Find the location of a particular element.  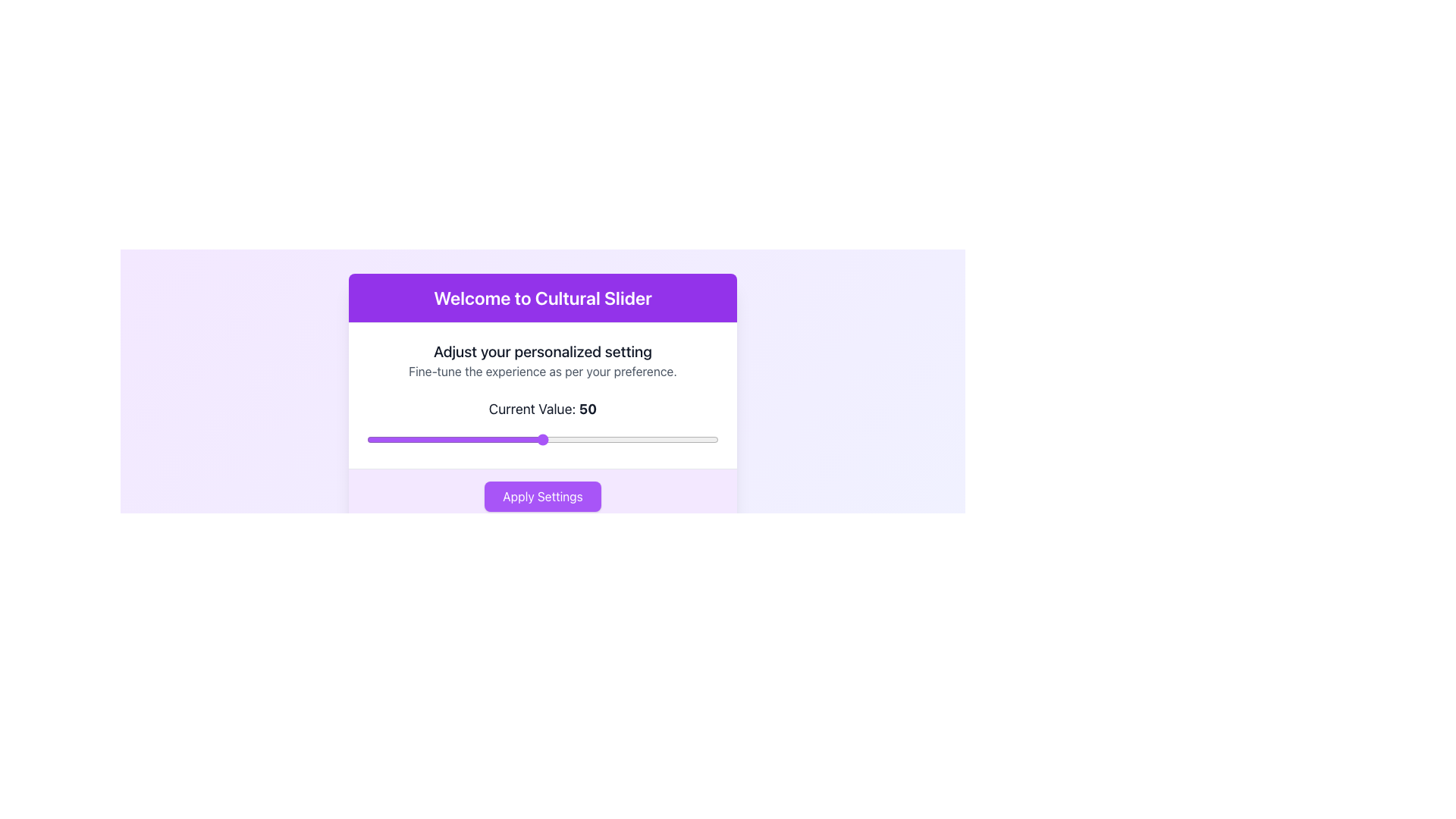

the slider is located at coordinates (472, 439).